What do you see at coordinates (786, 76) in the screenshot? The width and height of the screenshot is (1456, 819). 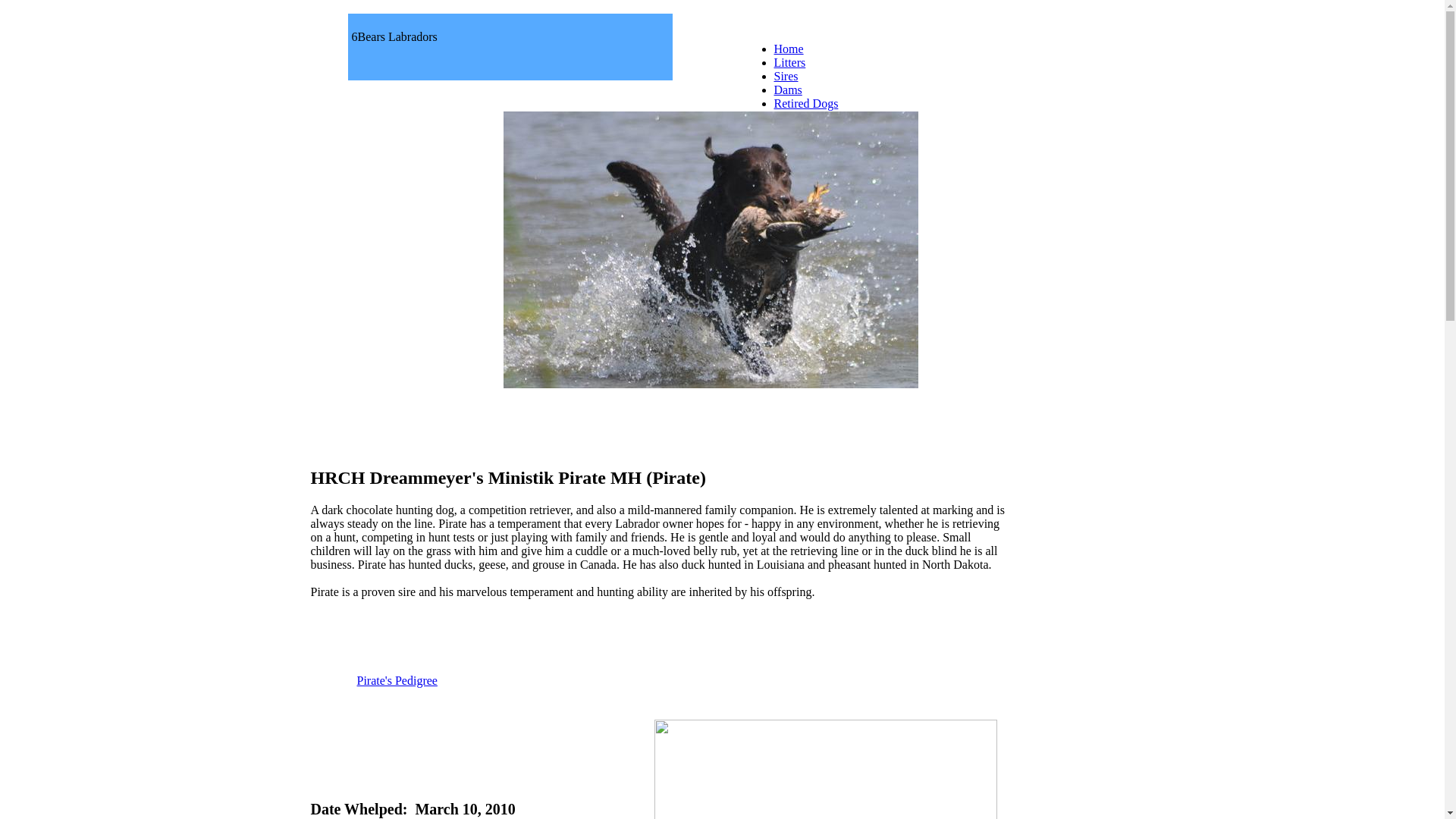 I see `'Sires'` at bounding box center [786, 76].